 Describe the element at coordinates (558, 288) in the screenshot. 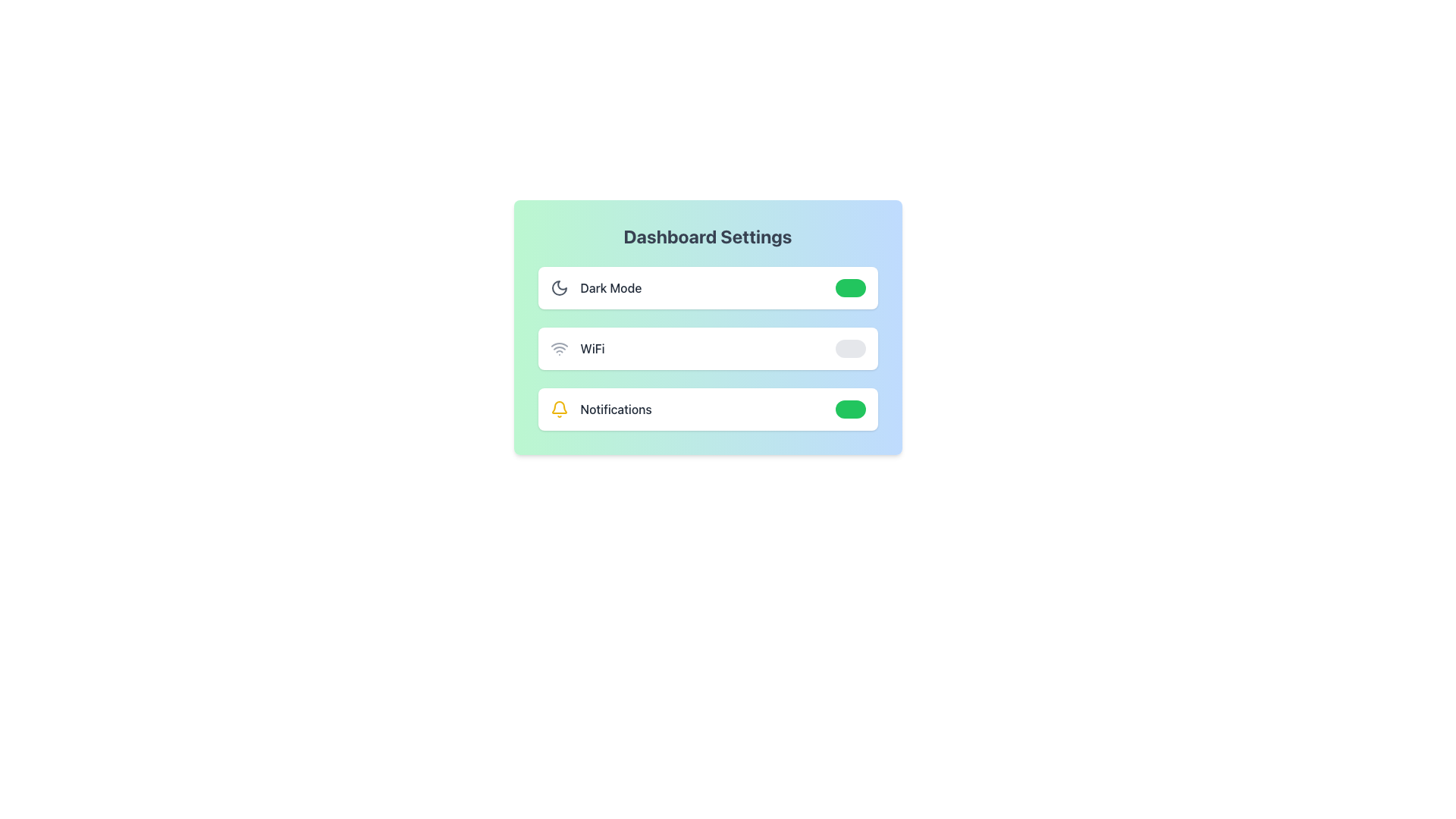

I see `the moon icon in the 'Dark Mode' section of the settings panel, which is a minimalistic gray crescent moon symbol used for dark mode` at that location.